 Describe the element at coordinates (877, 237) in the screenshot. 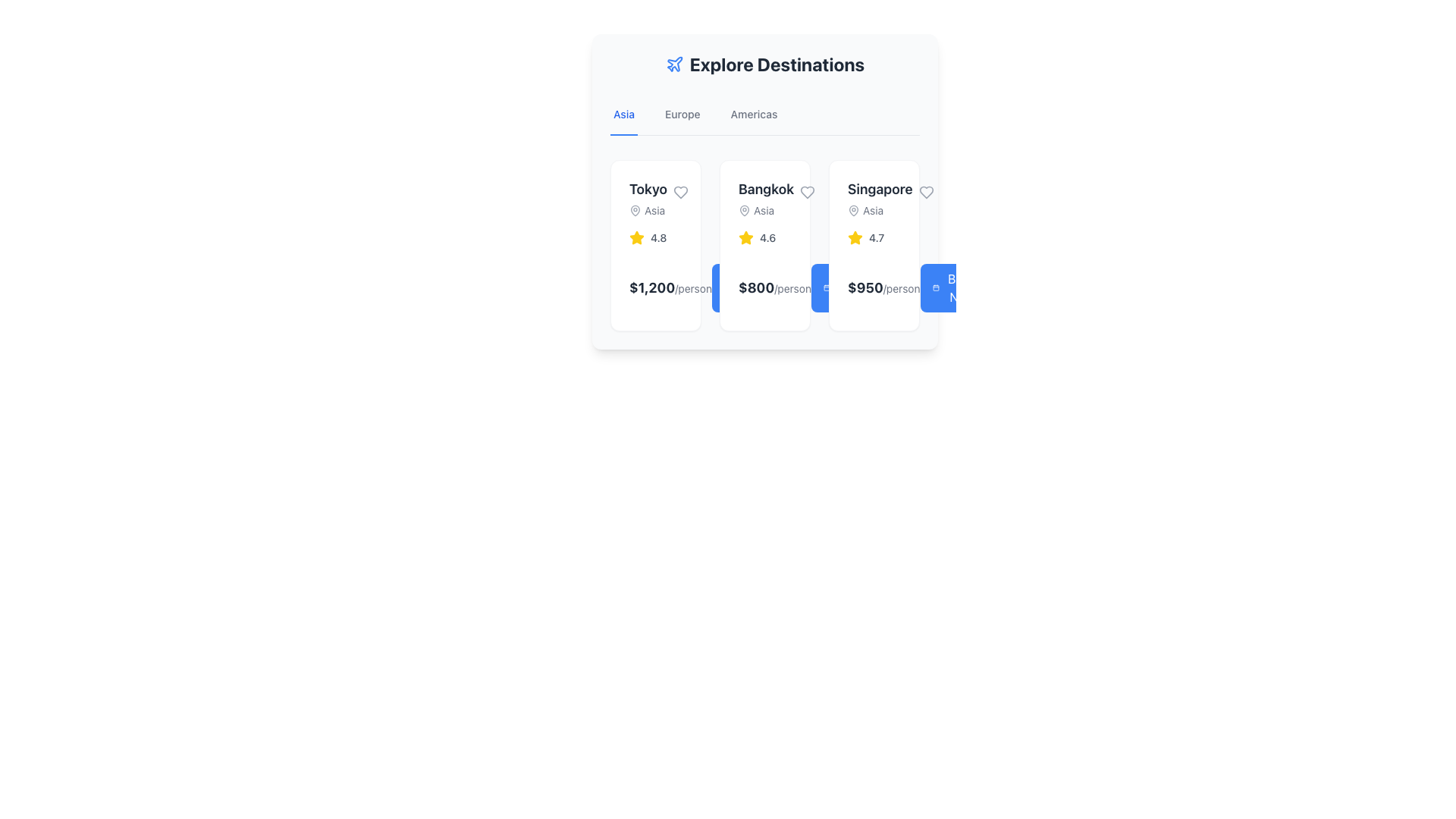

I see `rating information displayed as '4.7' in gray color, positioned to the right of the yellow star icon in the bottom section of the card labeled 'Singapore'` at that location.